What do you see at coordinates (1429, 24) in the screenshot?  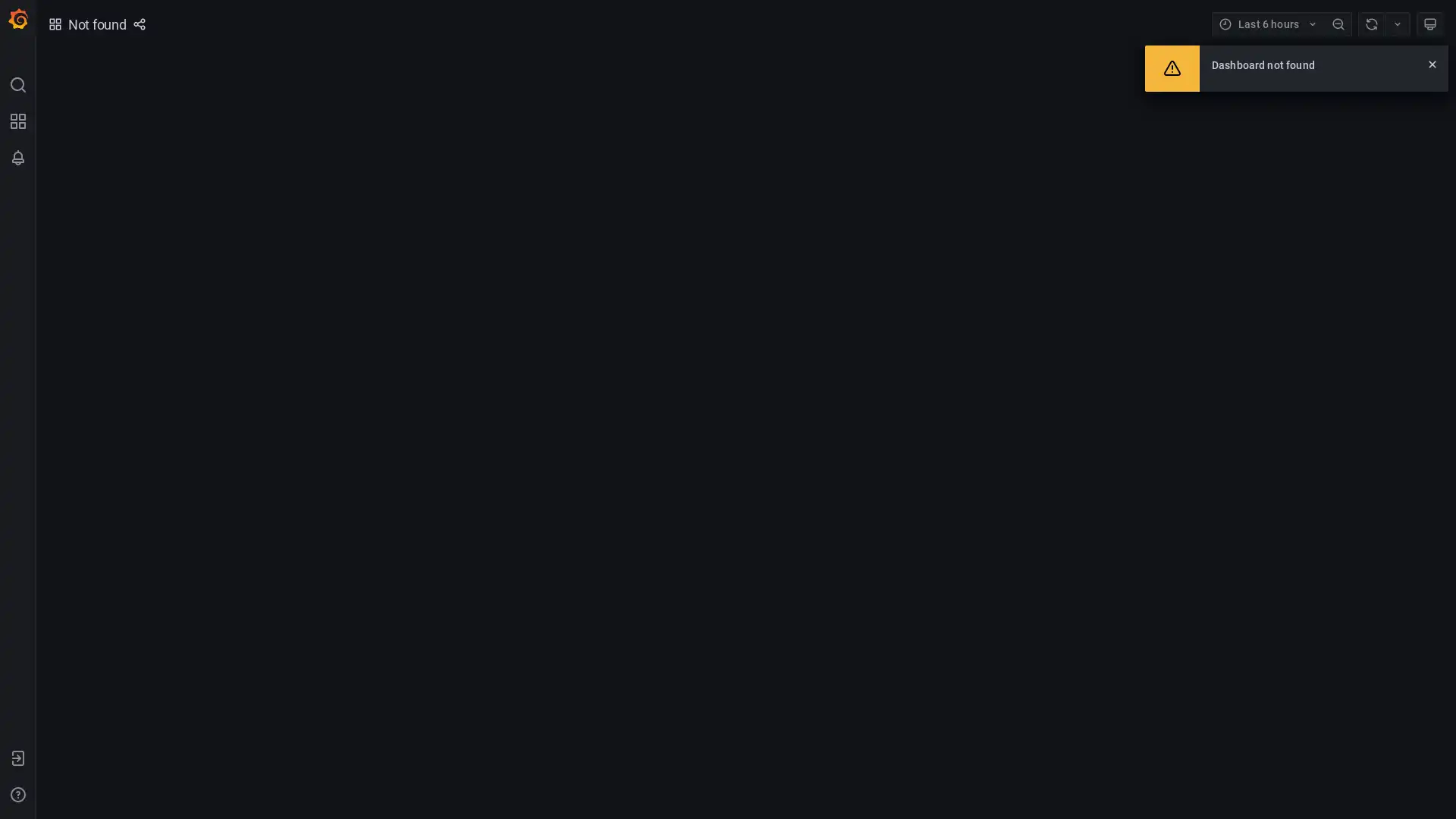 I see `Cycle view mode` at bounding box center [1429, 24].